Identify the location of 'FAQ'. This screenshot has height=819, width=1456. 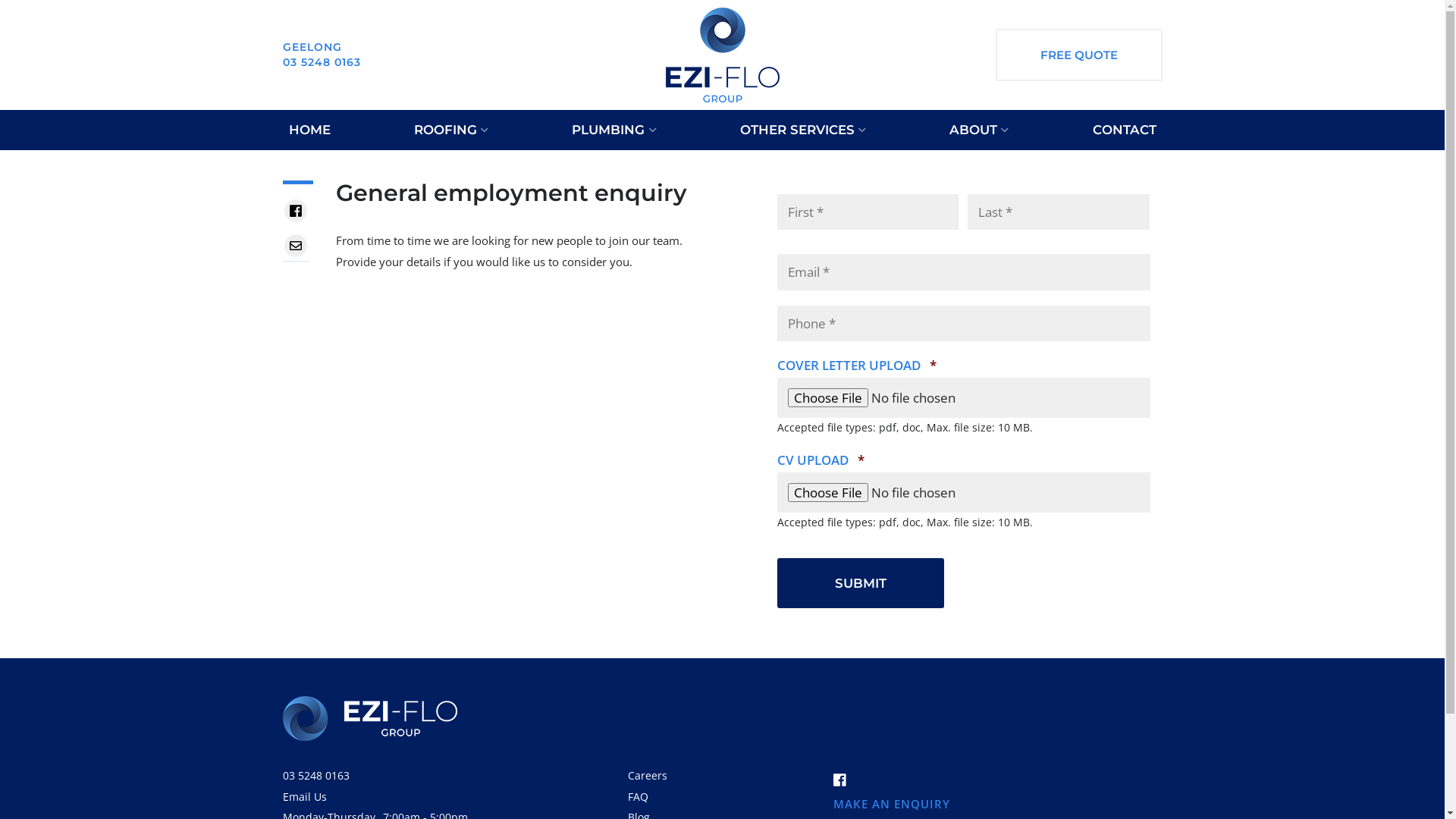
(638, 795).